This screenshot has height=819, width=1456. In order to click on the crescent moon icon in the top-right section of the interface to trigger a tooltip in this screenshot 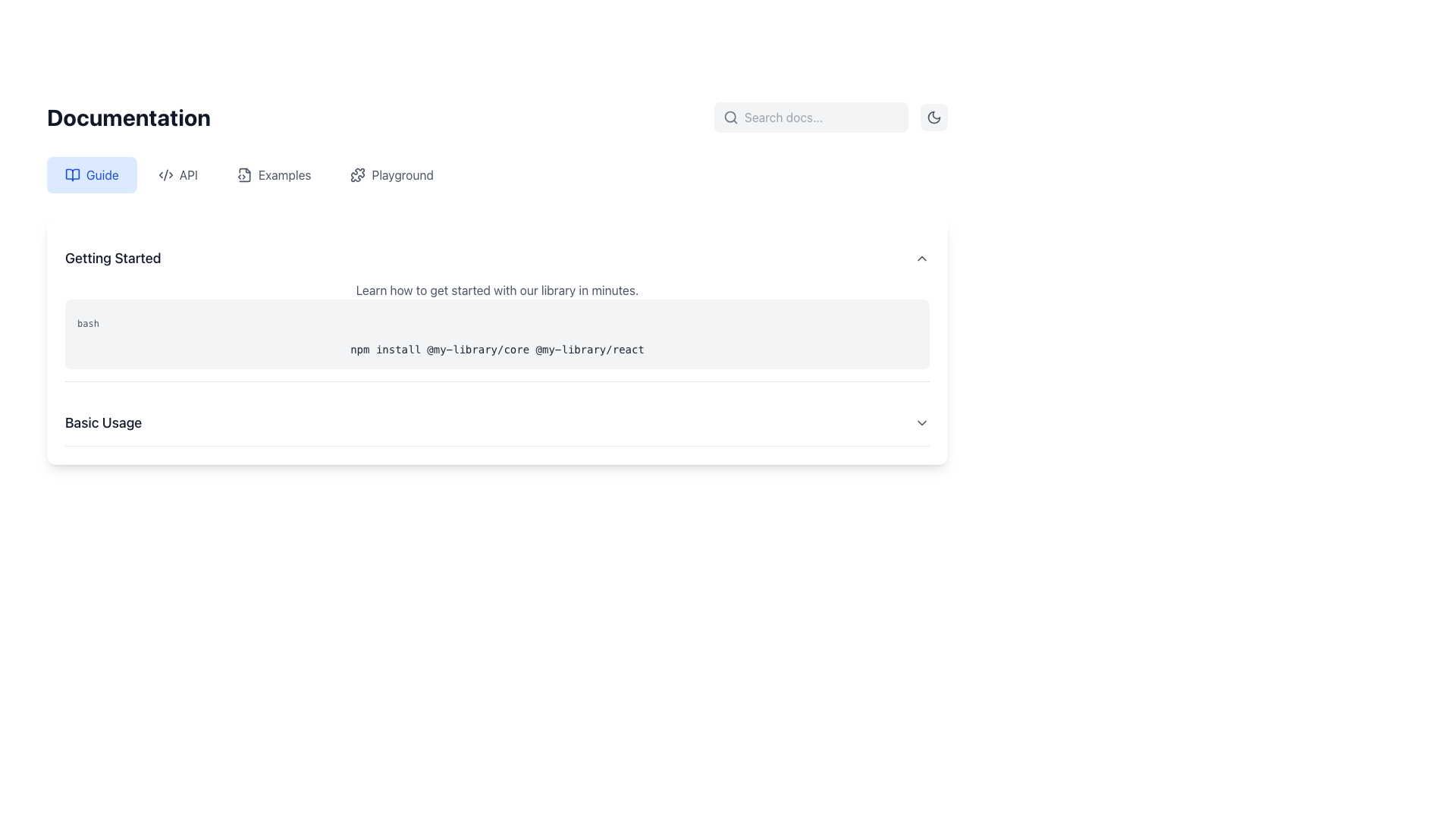, I will do `click(934, 116)`.